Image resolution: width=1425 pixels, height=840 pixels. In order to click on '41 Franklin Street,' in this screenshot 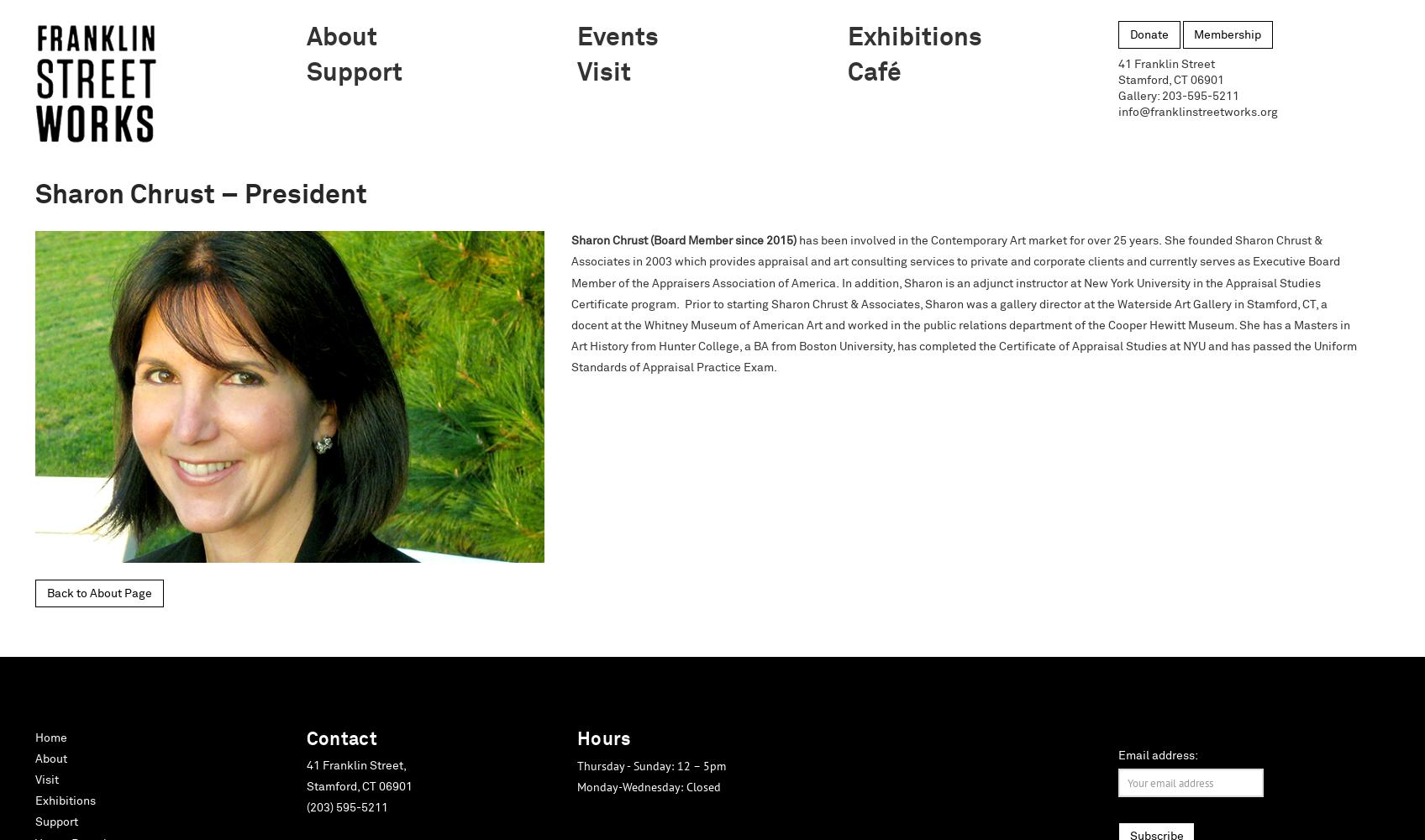, I will do `click(355, 765)`.